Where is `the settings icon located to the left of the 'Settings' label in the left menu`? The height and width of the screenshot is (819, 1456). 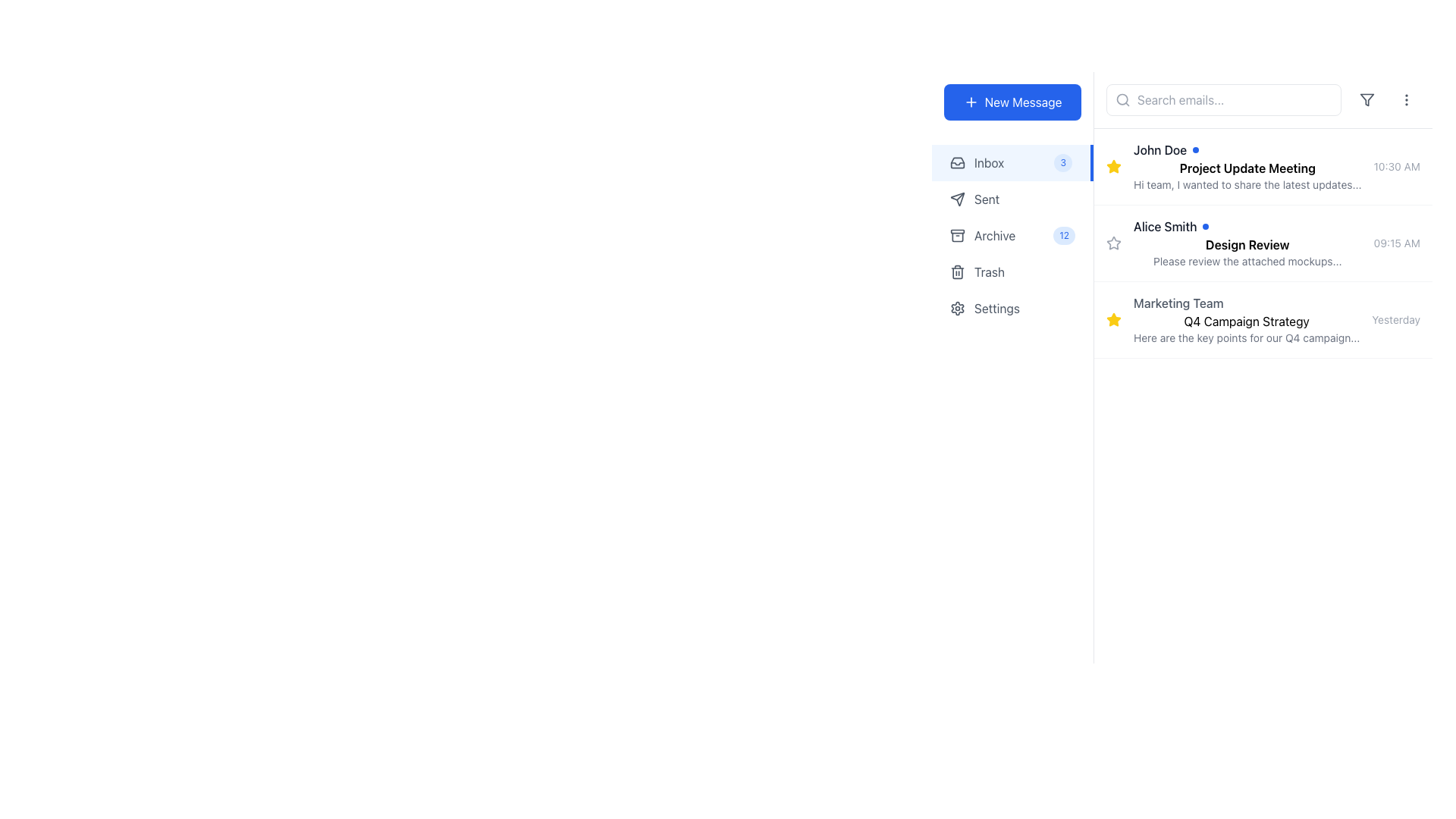 the settings icon located to the left of the 'Settings' label in the left menu is located at coordinates (956, 308).